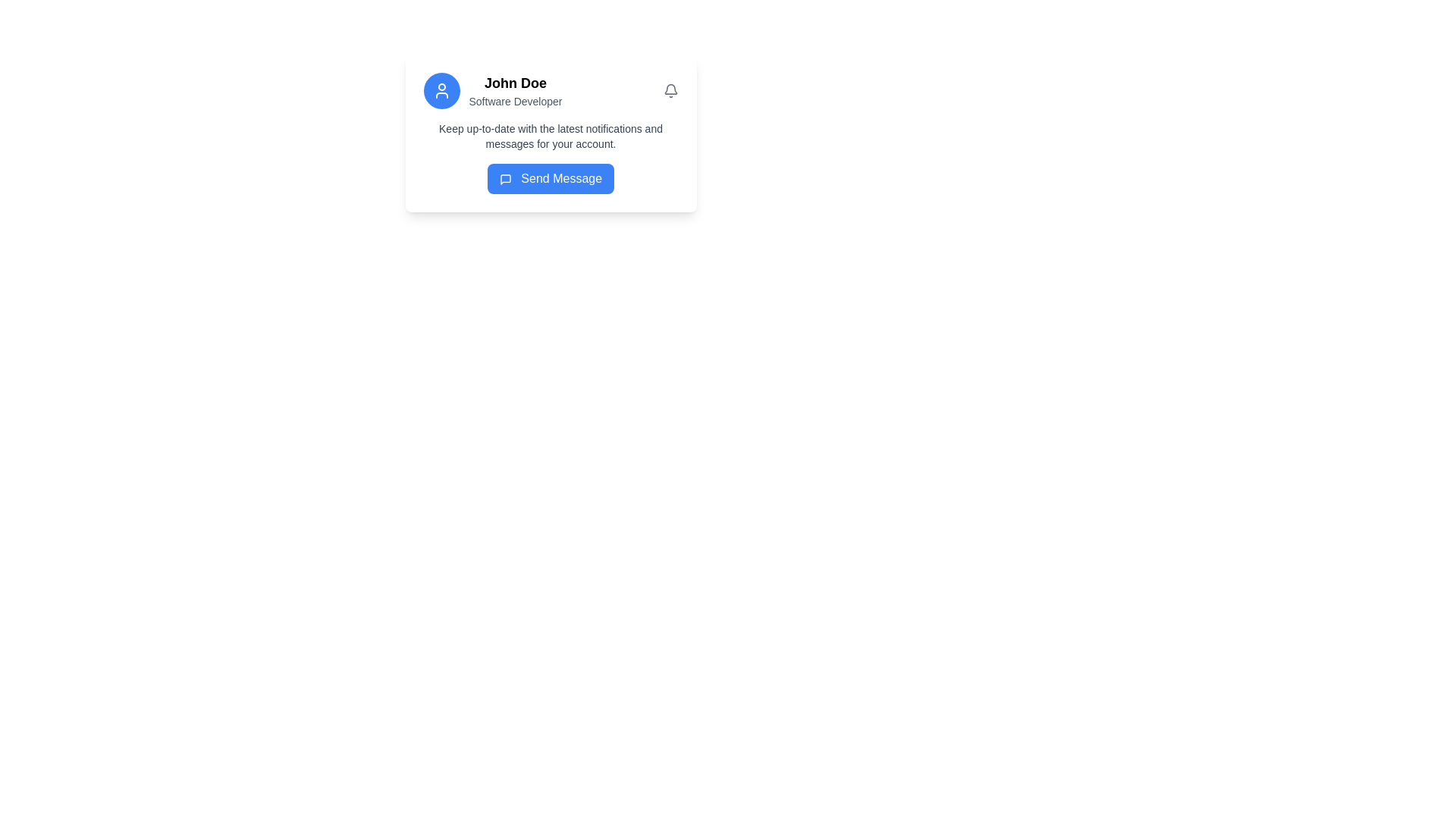 This screenshot has height=819, width=1456. I want to click on the bell-shaped icon button located at the top-right corner of the user profile card, so click(670, 90).